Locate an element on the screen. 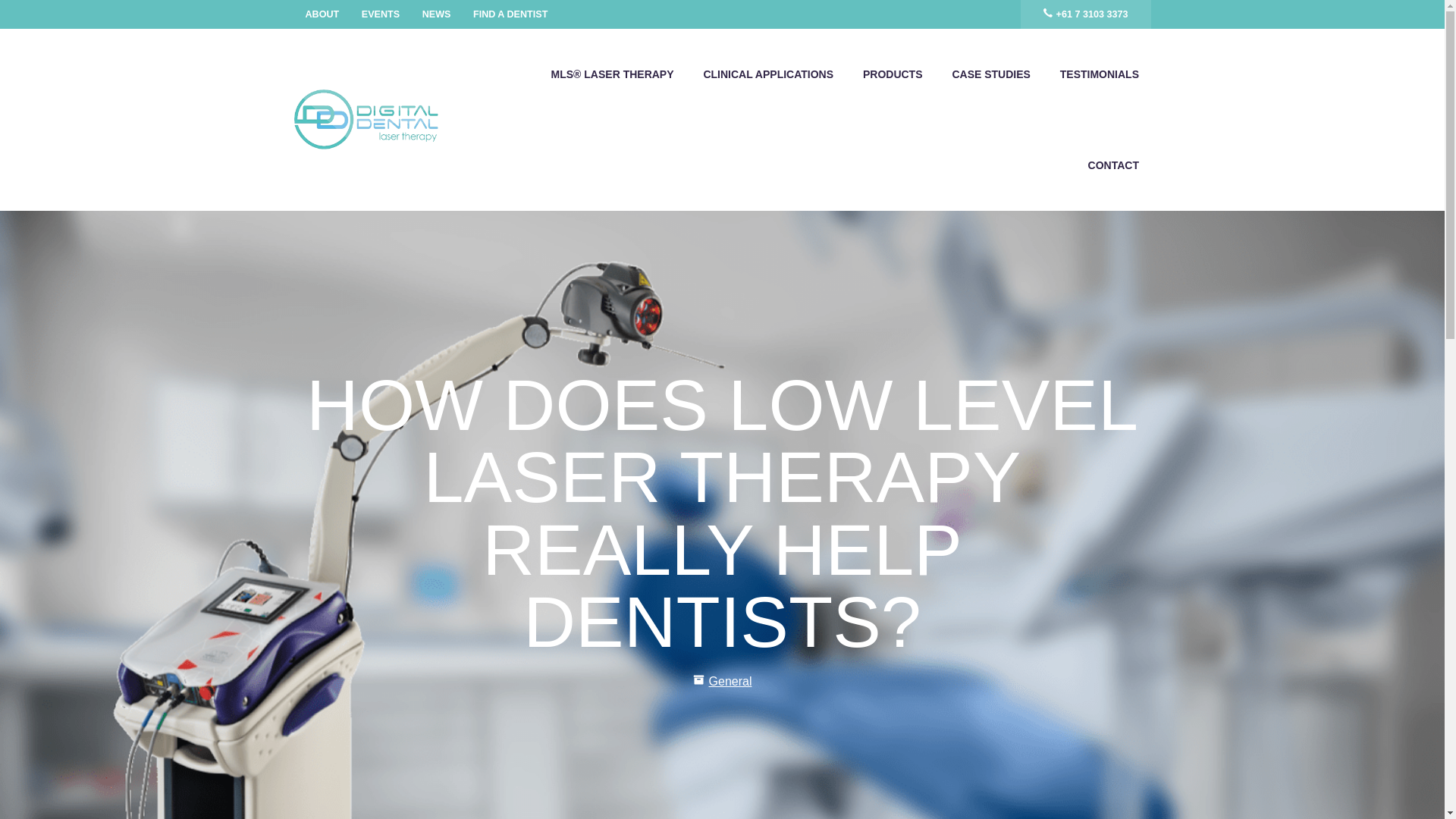 The width and height of the screenshot is (1456, 819). 'CASE STUDIES' is located at coordinates (990, 74).